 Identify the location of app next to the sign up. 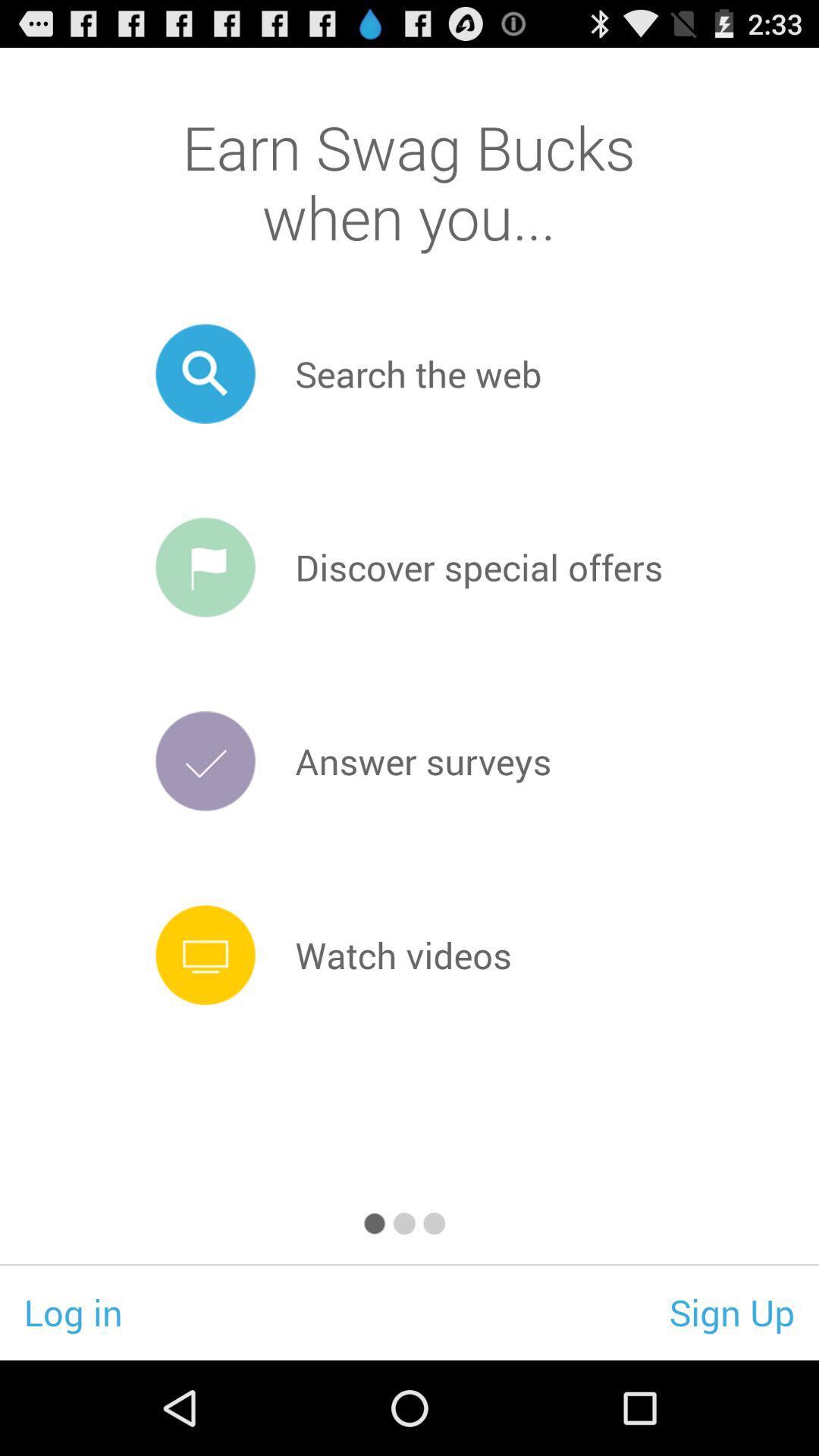
(73, 1311).